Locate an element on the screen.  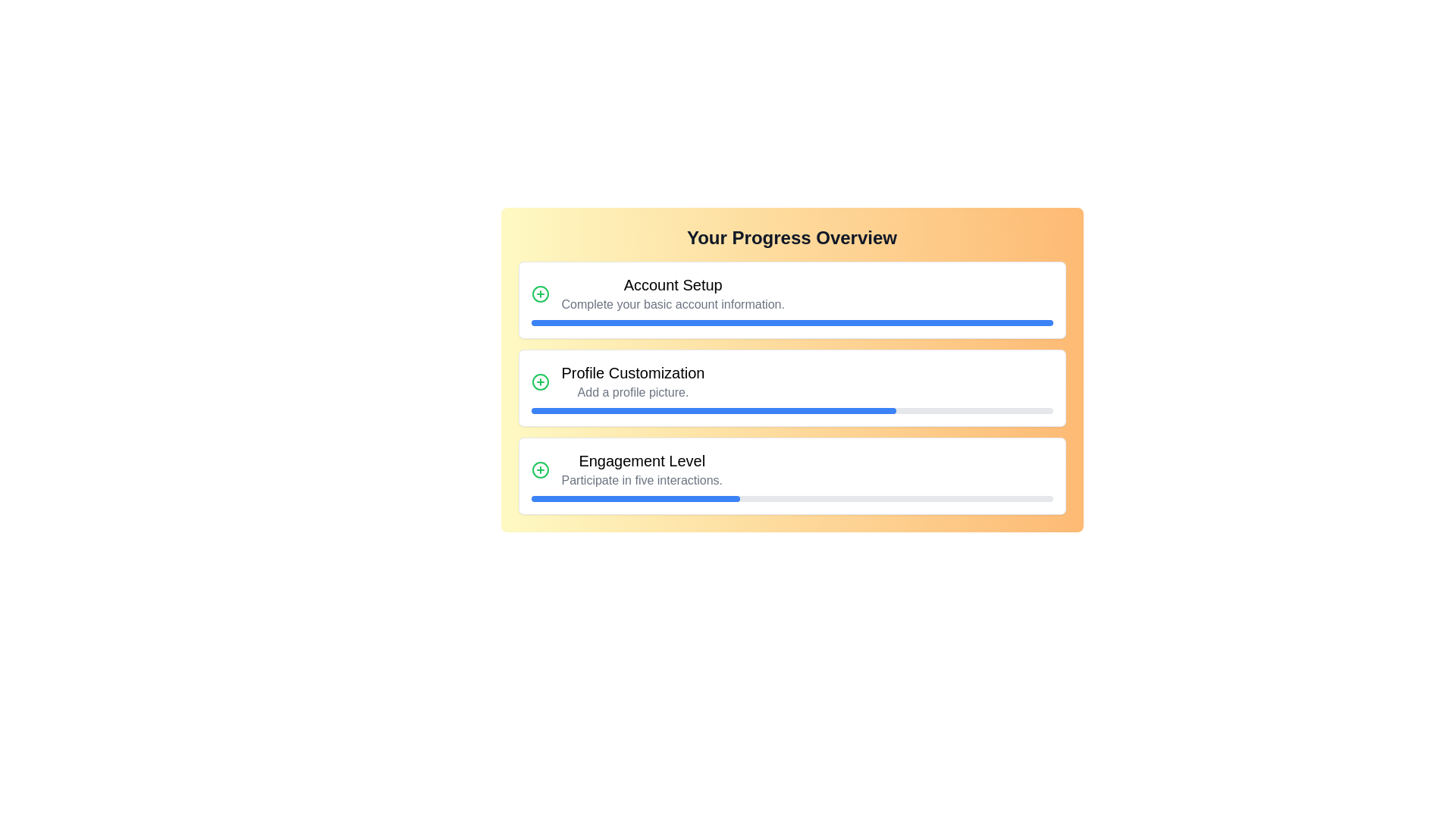
textual information from the 'Profile Customization' text block, which includes the header 'Profile Customization' and the subtext 'Add a profile picture.' is located at coordinates (633, 381).